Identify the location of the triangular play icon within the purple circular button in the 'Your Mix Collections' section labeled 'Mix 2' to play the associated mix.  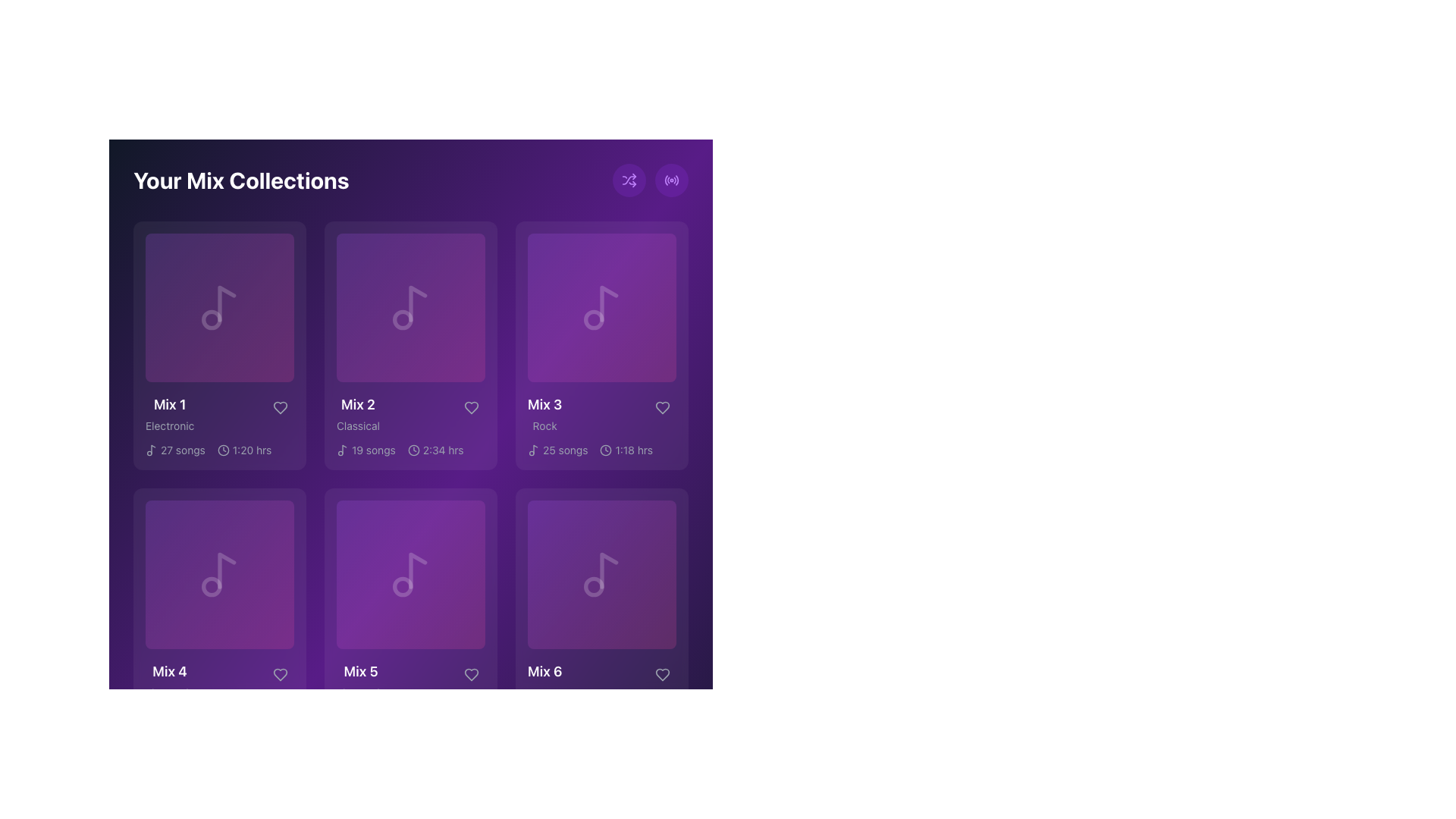
(411, 307).